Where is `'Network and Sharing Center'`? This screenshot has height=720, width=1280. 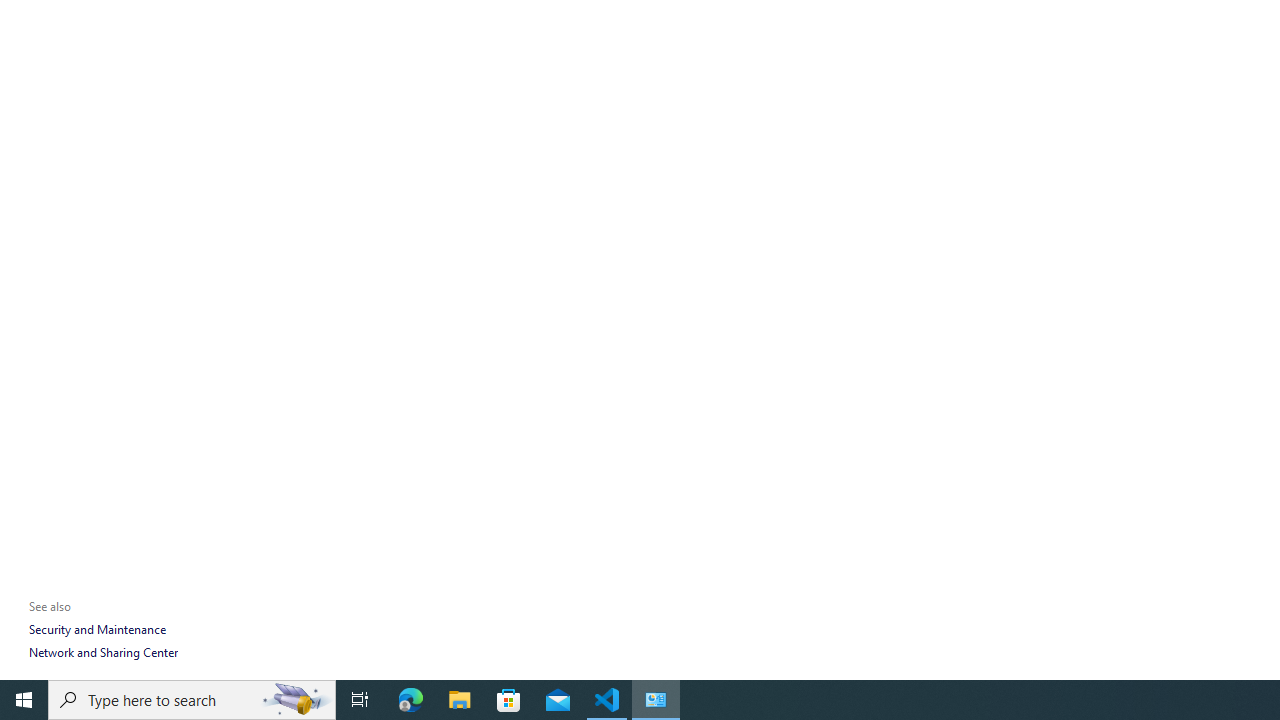 'Network and Sharing Center' is located at coordinates (102, 652).